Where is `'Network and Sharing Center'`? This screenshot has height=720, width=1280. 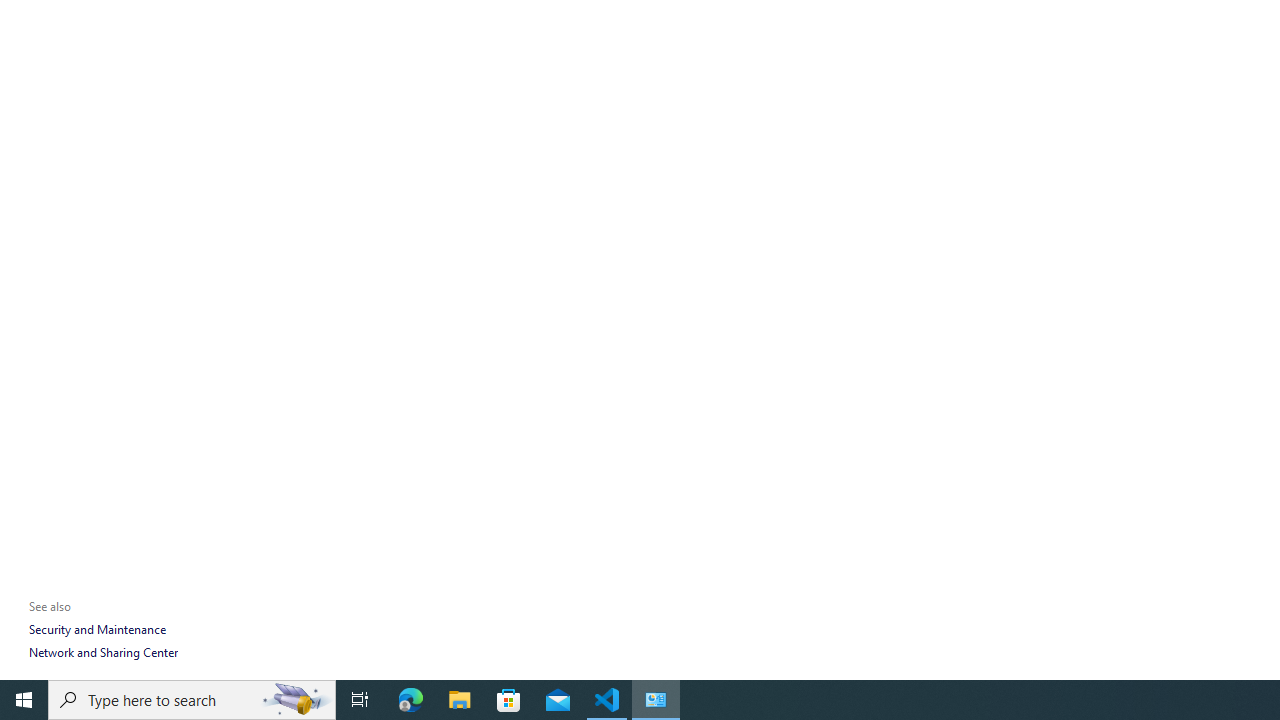 'Network and Sharing Center' is located at coordinates (102, 652).